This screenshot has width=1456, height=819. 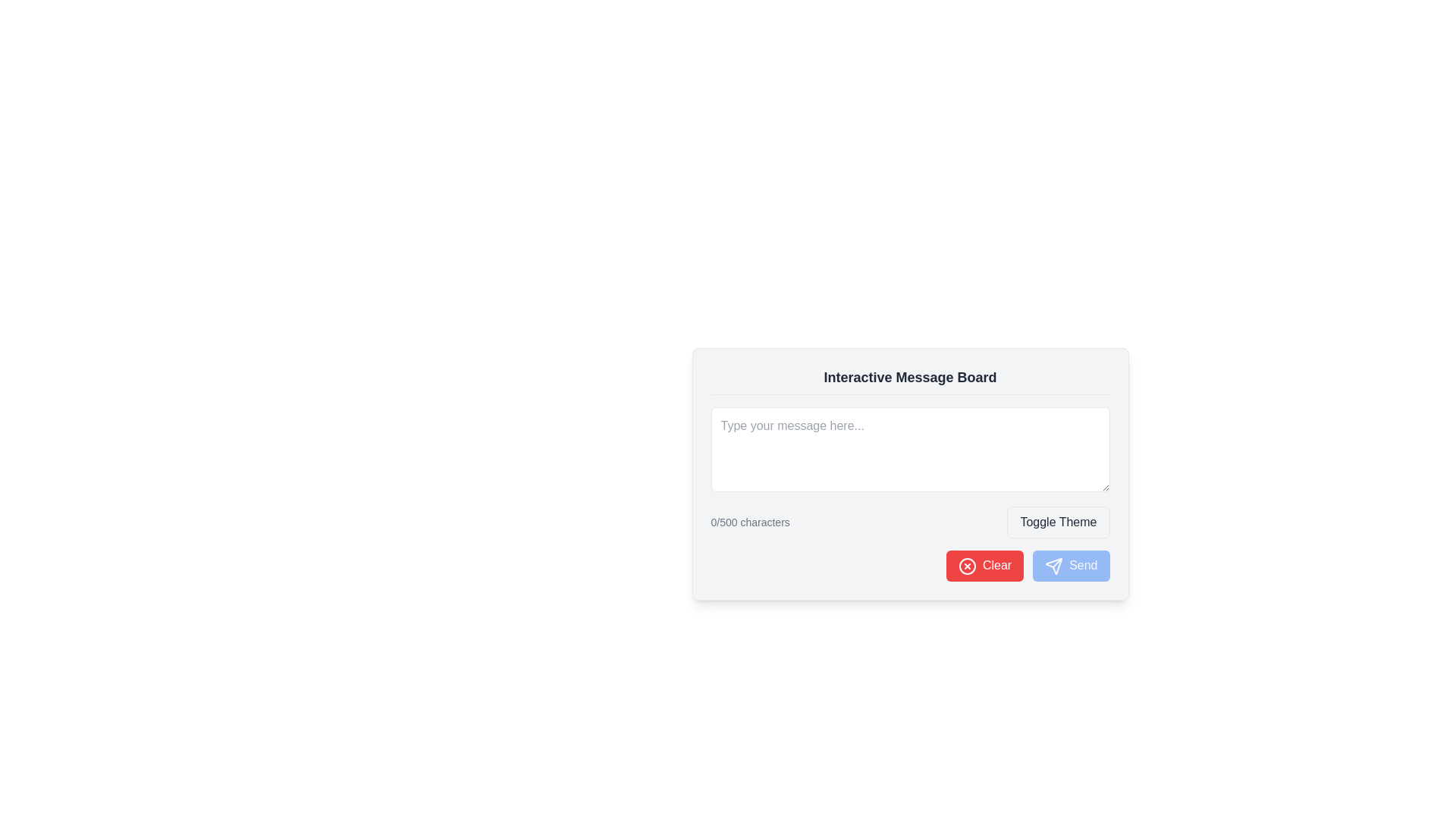 I want to click on the send action icon located to the left of the 'Send' text within the Send button, so click(x=1053, y=566).